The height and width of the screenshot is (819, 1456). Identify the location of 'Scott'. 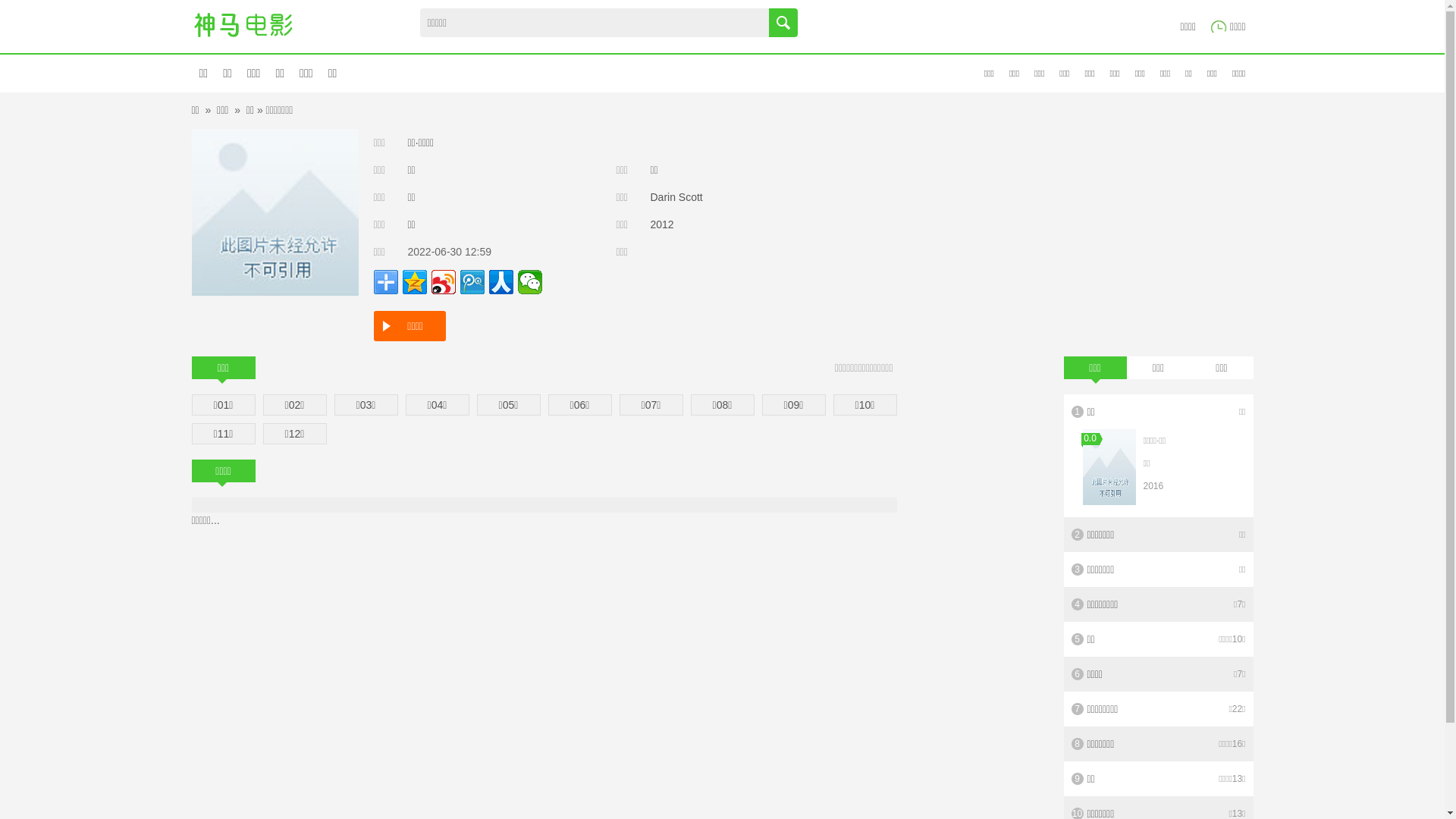
(677, 196).